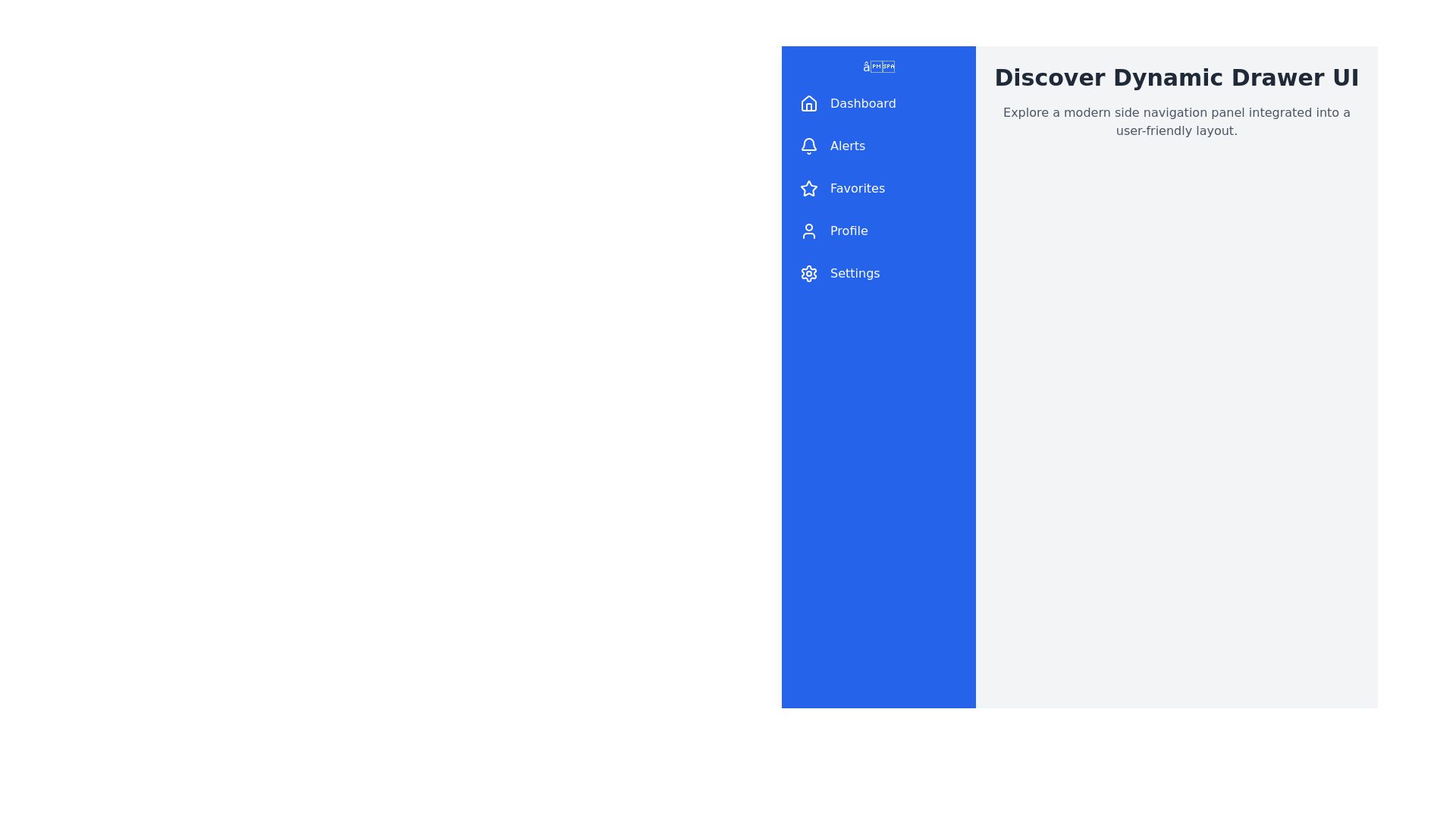 The width and height of the screenshot is (1456, 819). Describe the element at coordinates (808, 274) in the screenshot. I see `the gear-shaped icon with a blue background and white outline, which represents settings functionality, located in the vertical navigation bar labeled 'Settings'` at that location.